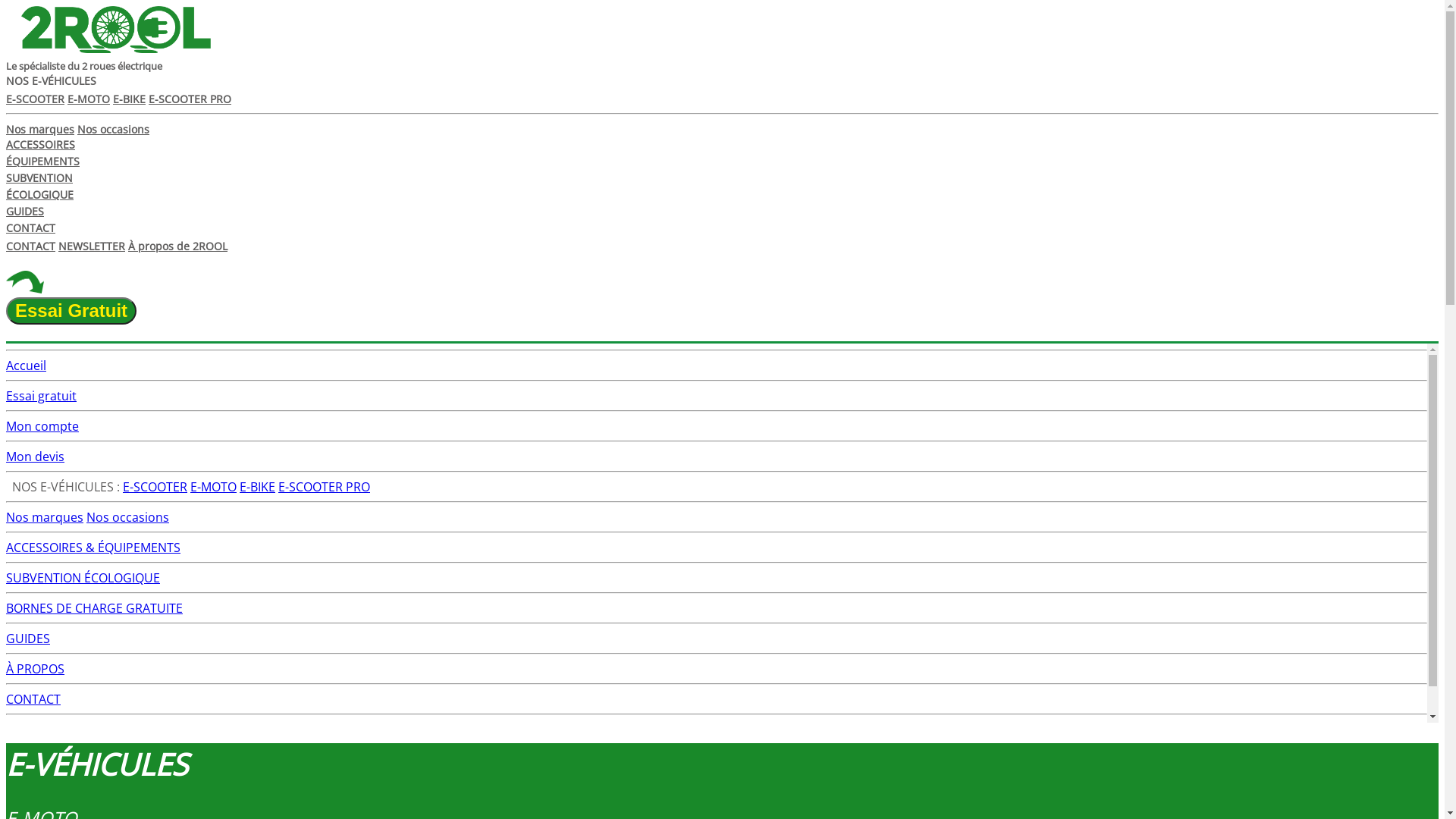  I want to click on 'Mon devis', so click(6, 455).